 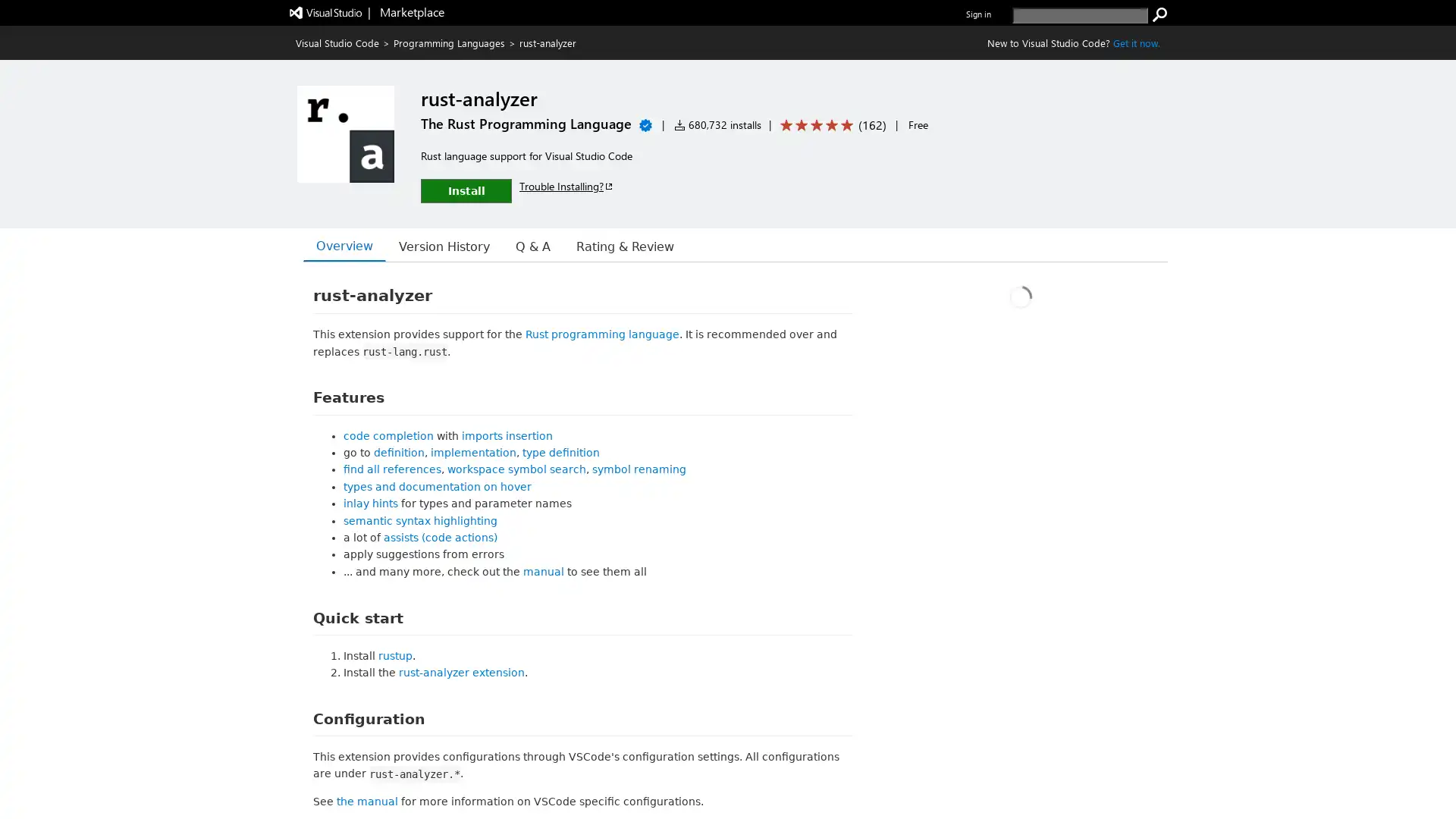 I want to click on Install, so click(x=465, y=190).